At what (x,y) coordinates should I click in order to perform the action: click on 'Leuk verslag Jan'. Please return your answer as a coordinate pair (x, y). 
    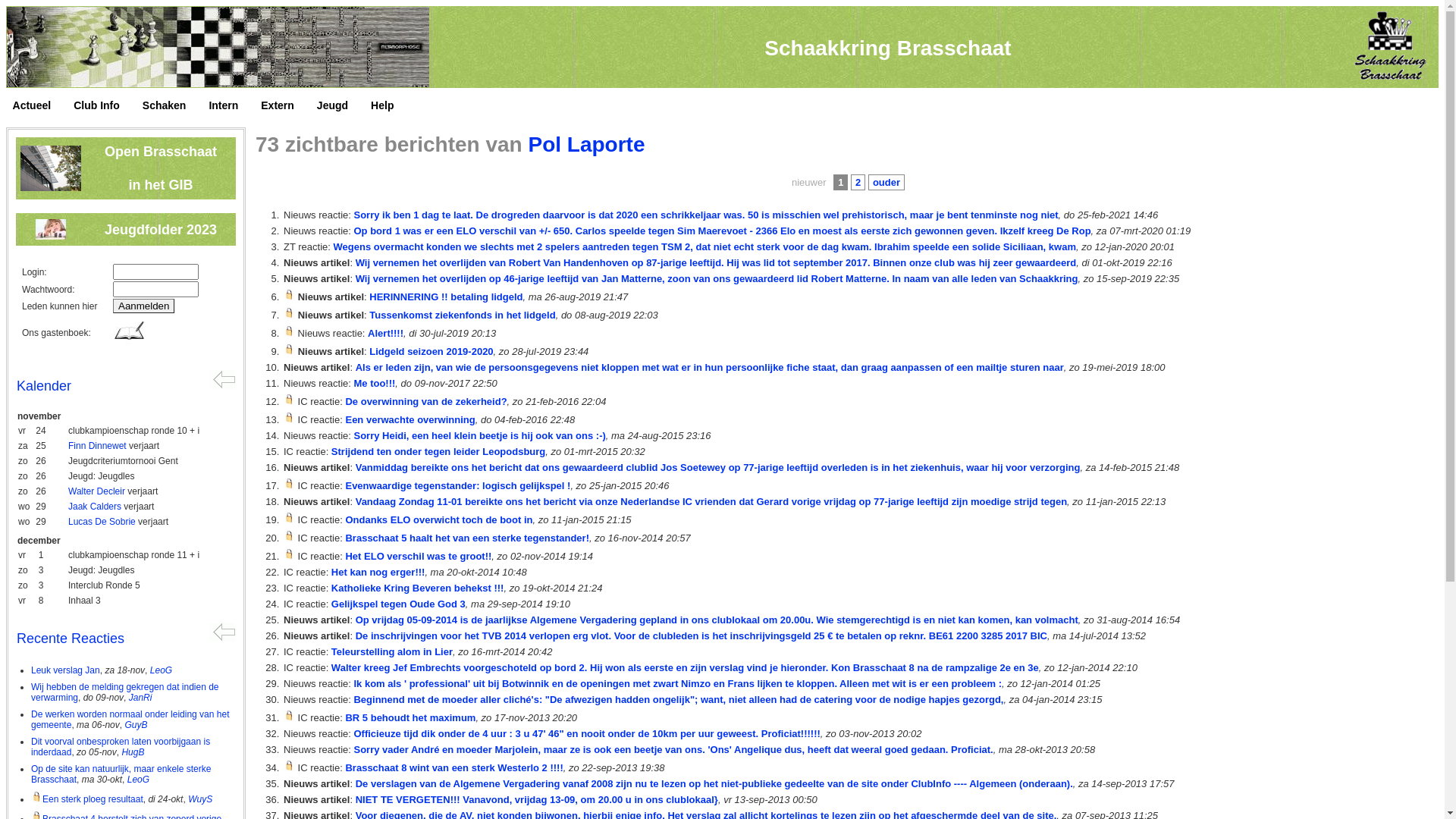
    Looking at the image, I should click on (64, 669).